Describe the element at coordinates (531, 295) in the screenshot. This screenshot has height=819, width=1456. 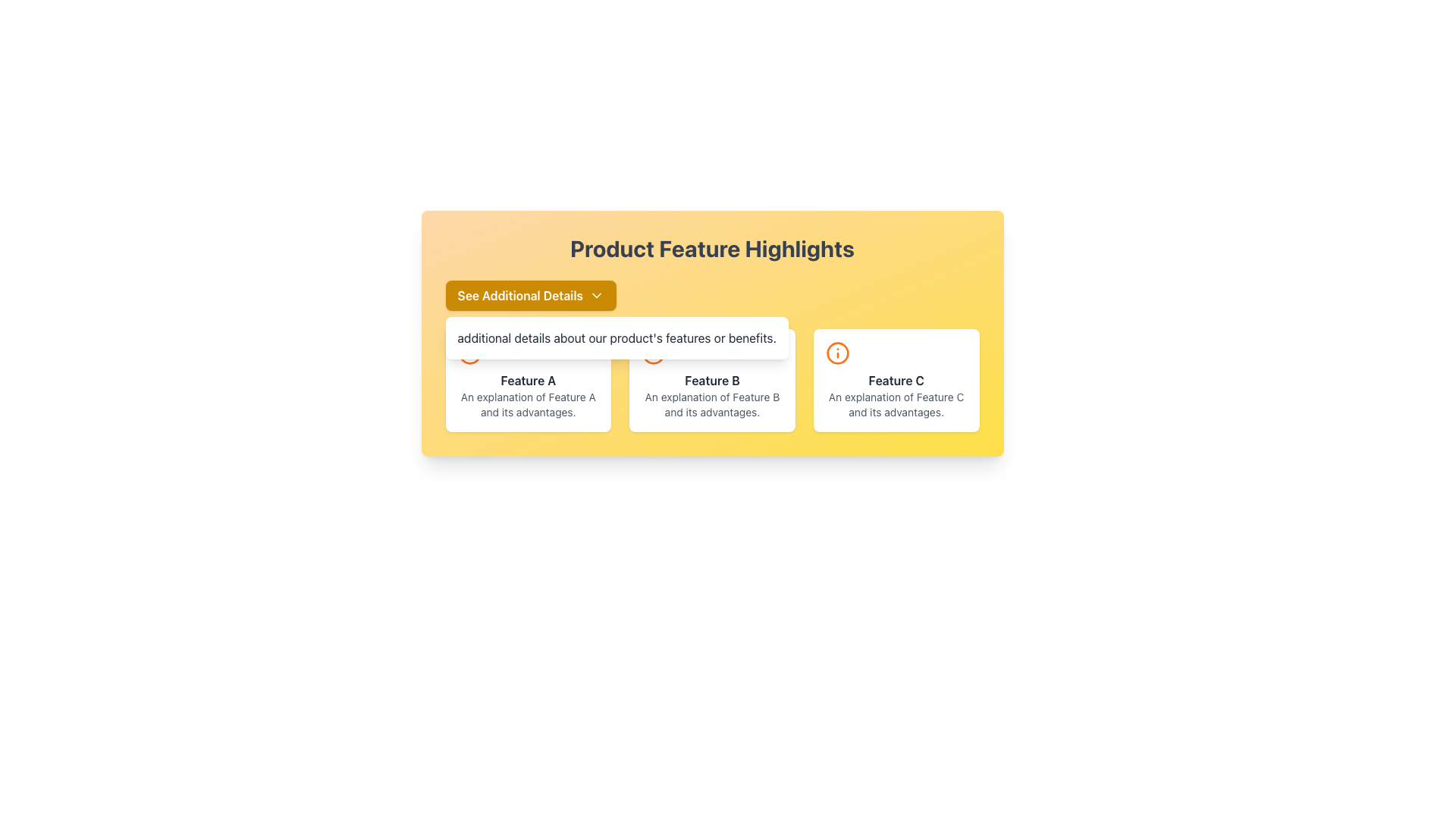
I see `the rounded rectangular button with a yellow background and white text reading 'See Additional Details'` at that location.